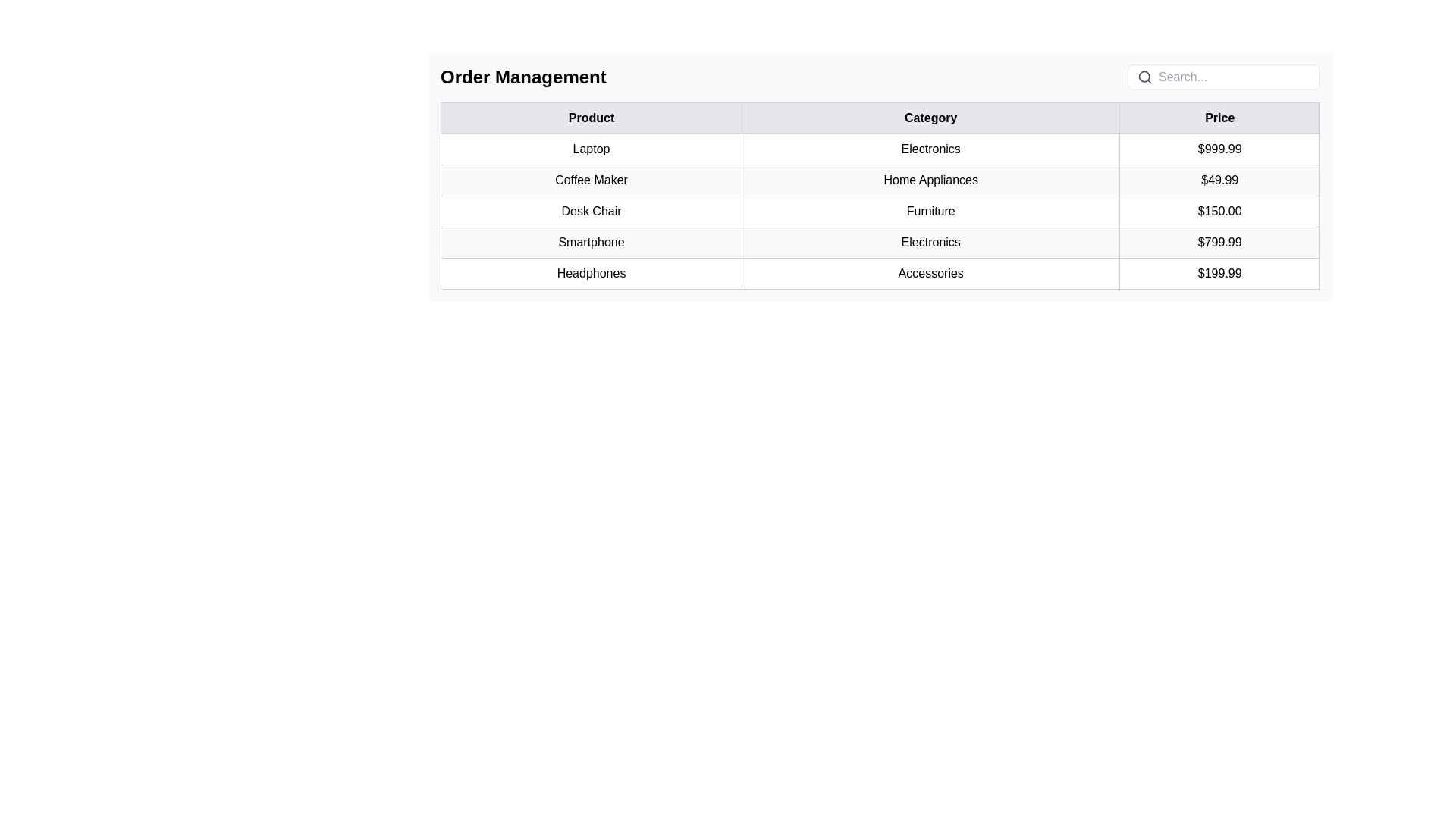 The width and height of the screenshot is (1456, 819). Describe the element at coordinates (591, 211) in the screenshot. I see `the Text Label in the 'Product' column that identifies the item in the third row, aligned with 'Furniture' in the 'Category' column and '$150.00' in the 'Price' column` at that location.